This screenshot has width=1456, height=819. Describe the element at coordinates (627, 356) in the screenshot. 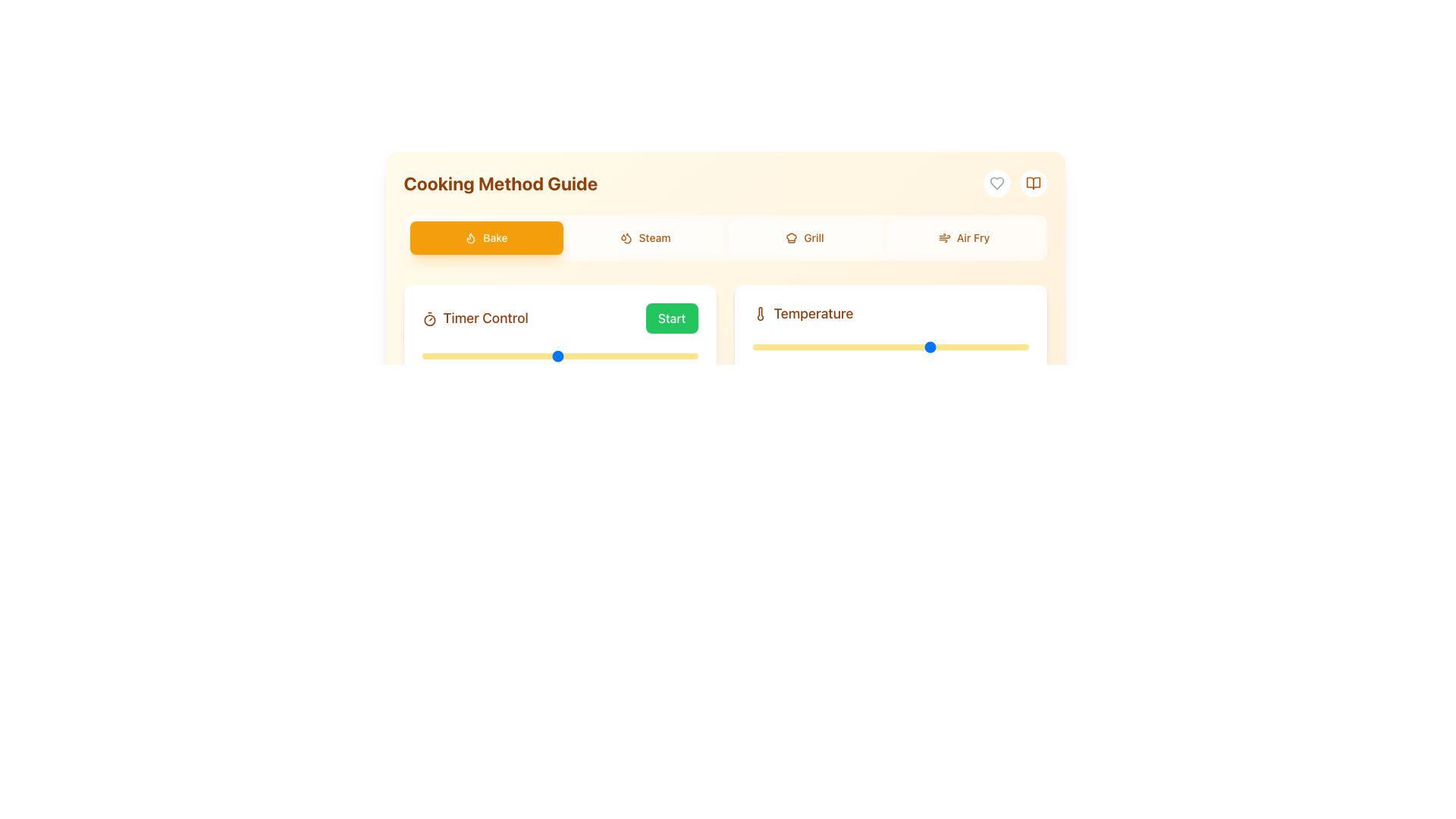

I see `the timer slider` at that location.